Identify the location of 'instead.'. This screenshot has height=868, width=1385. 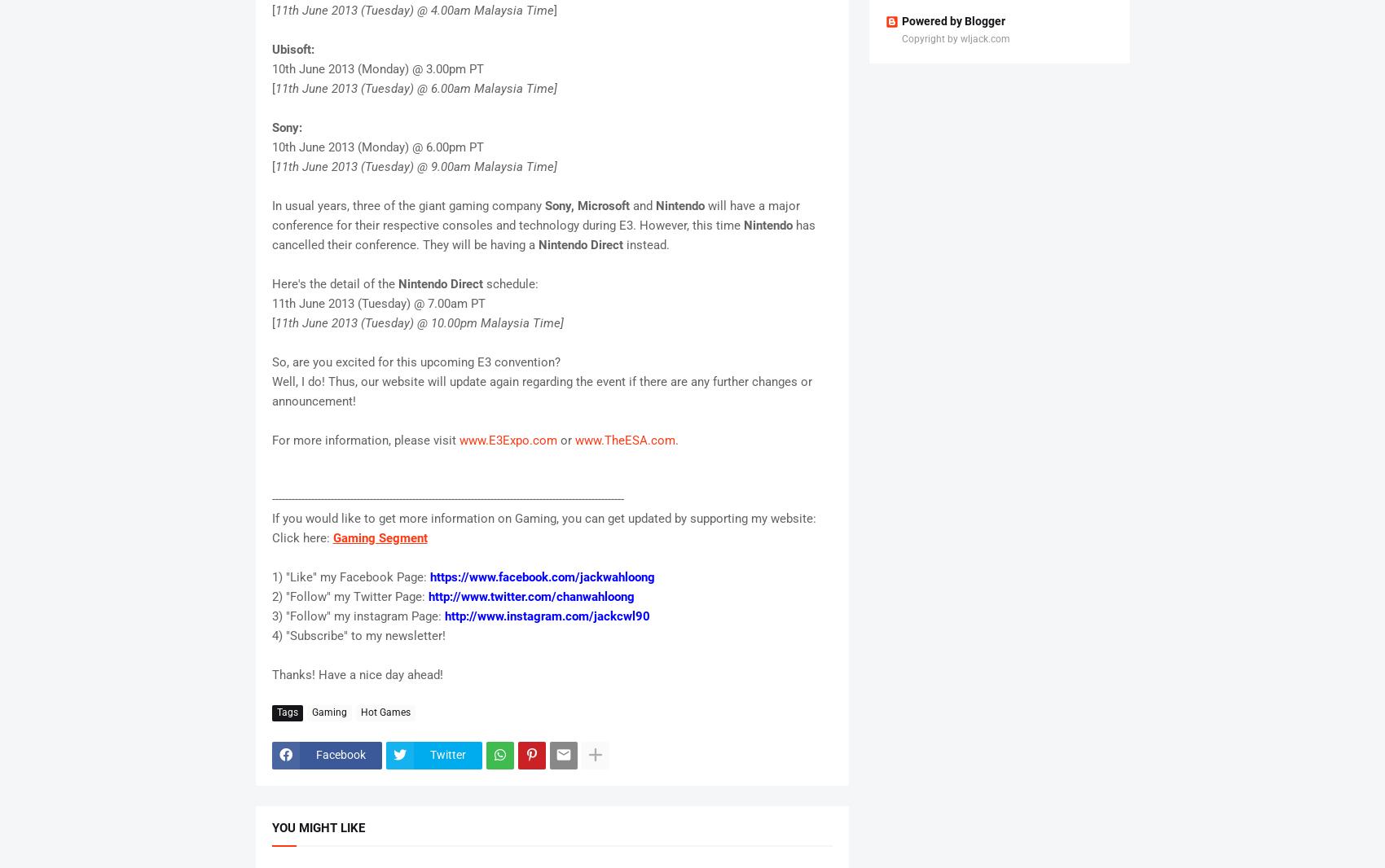
(646, 243).